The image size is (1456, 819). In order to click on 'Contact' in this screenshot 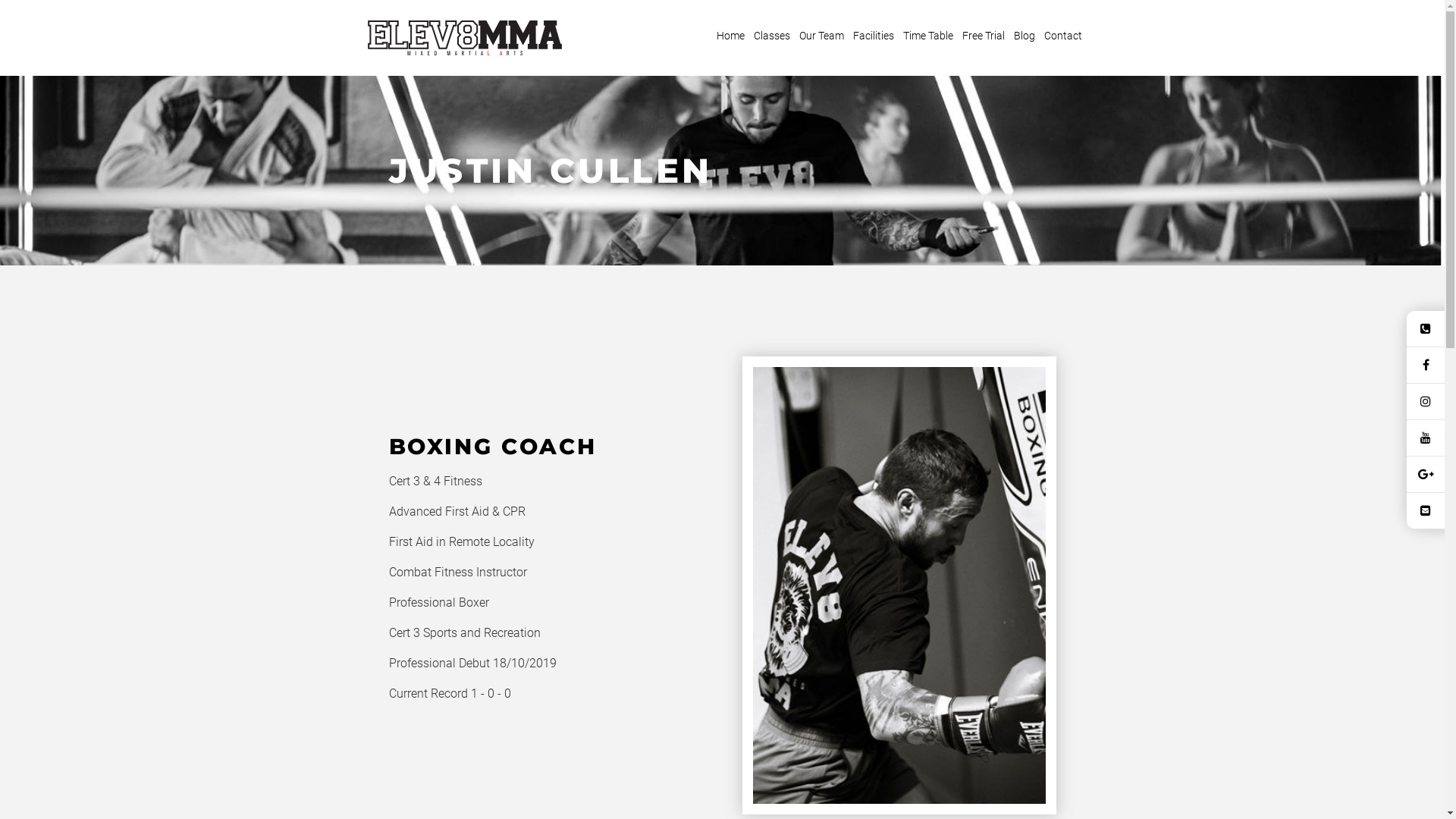, I will do `click(1040, 35)`.